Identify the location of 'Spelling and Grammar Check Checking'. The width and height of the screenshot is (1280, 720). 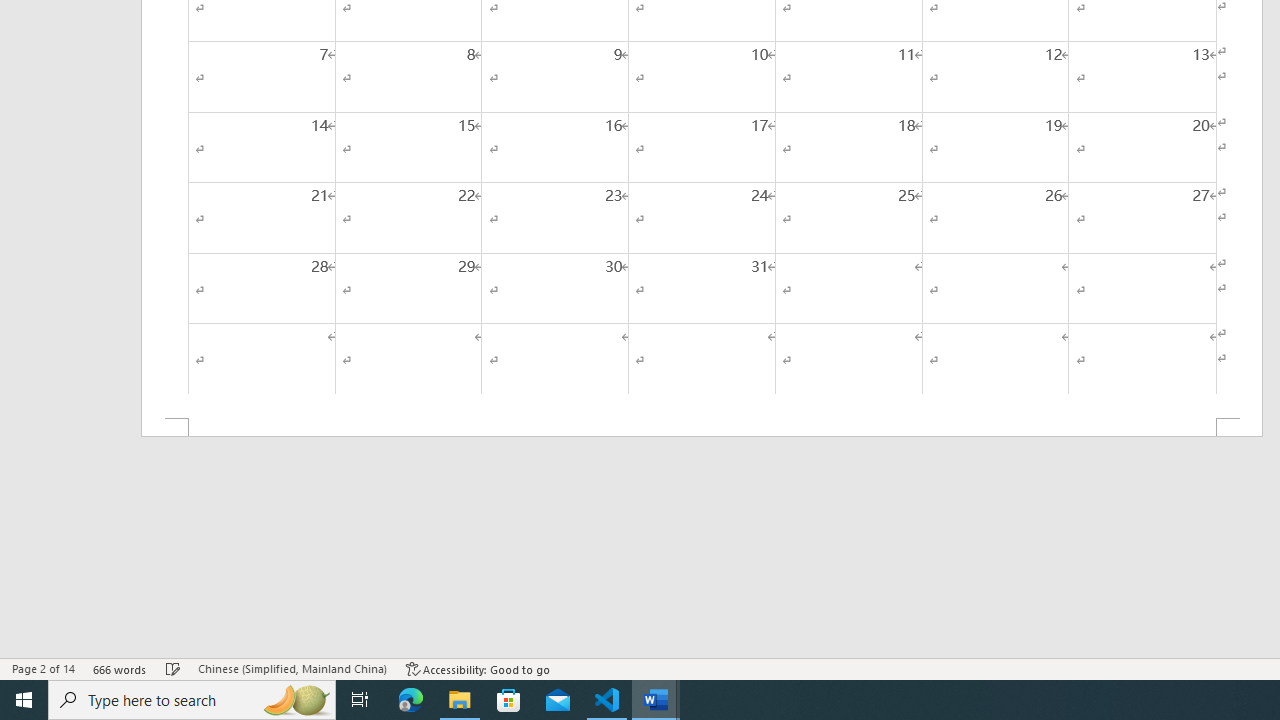
(173, 669).